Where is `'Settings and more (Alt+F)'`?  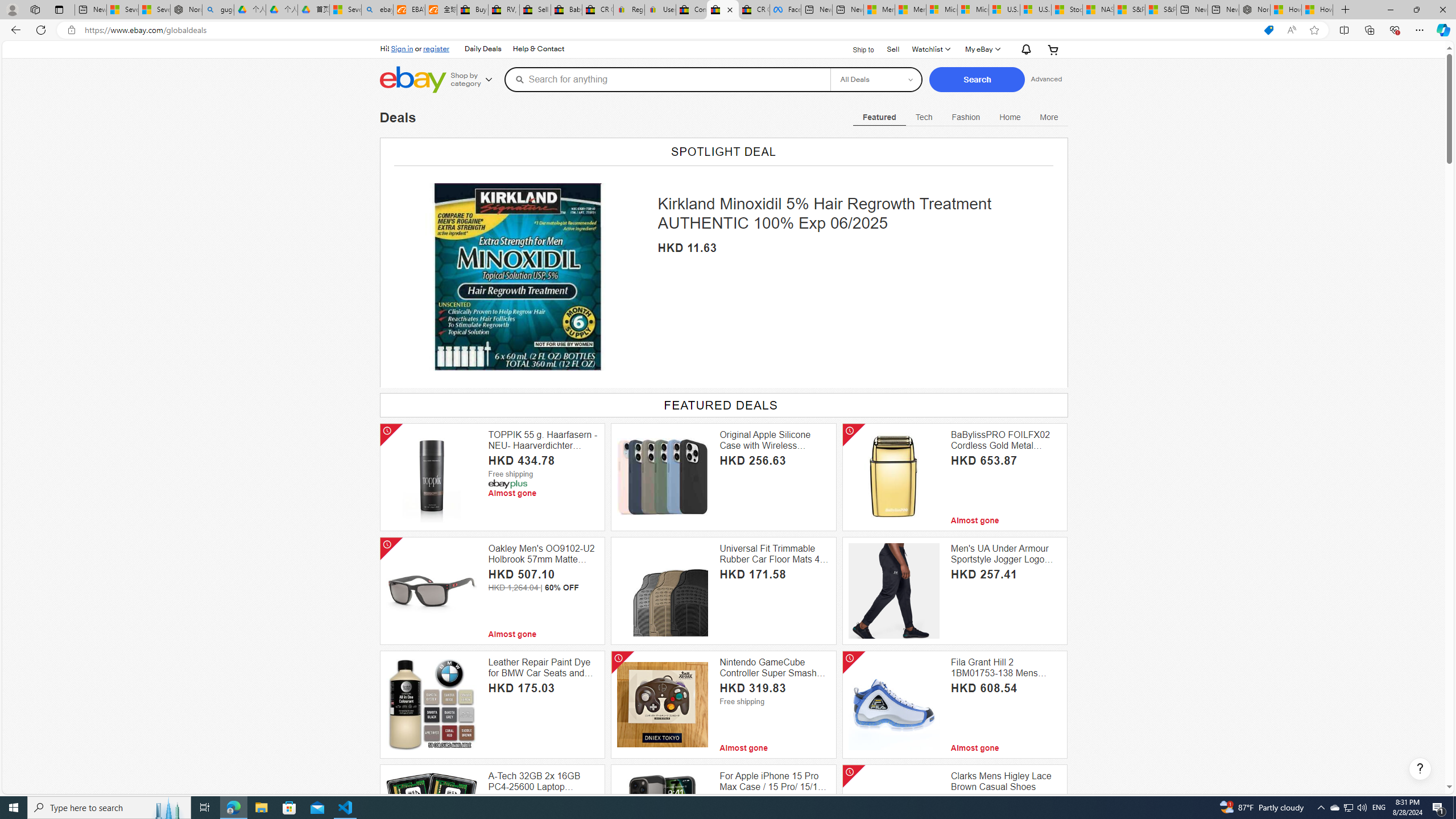
'Settings and more (Alt+F)' is located at coordinates (1419, 29).